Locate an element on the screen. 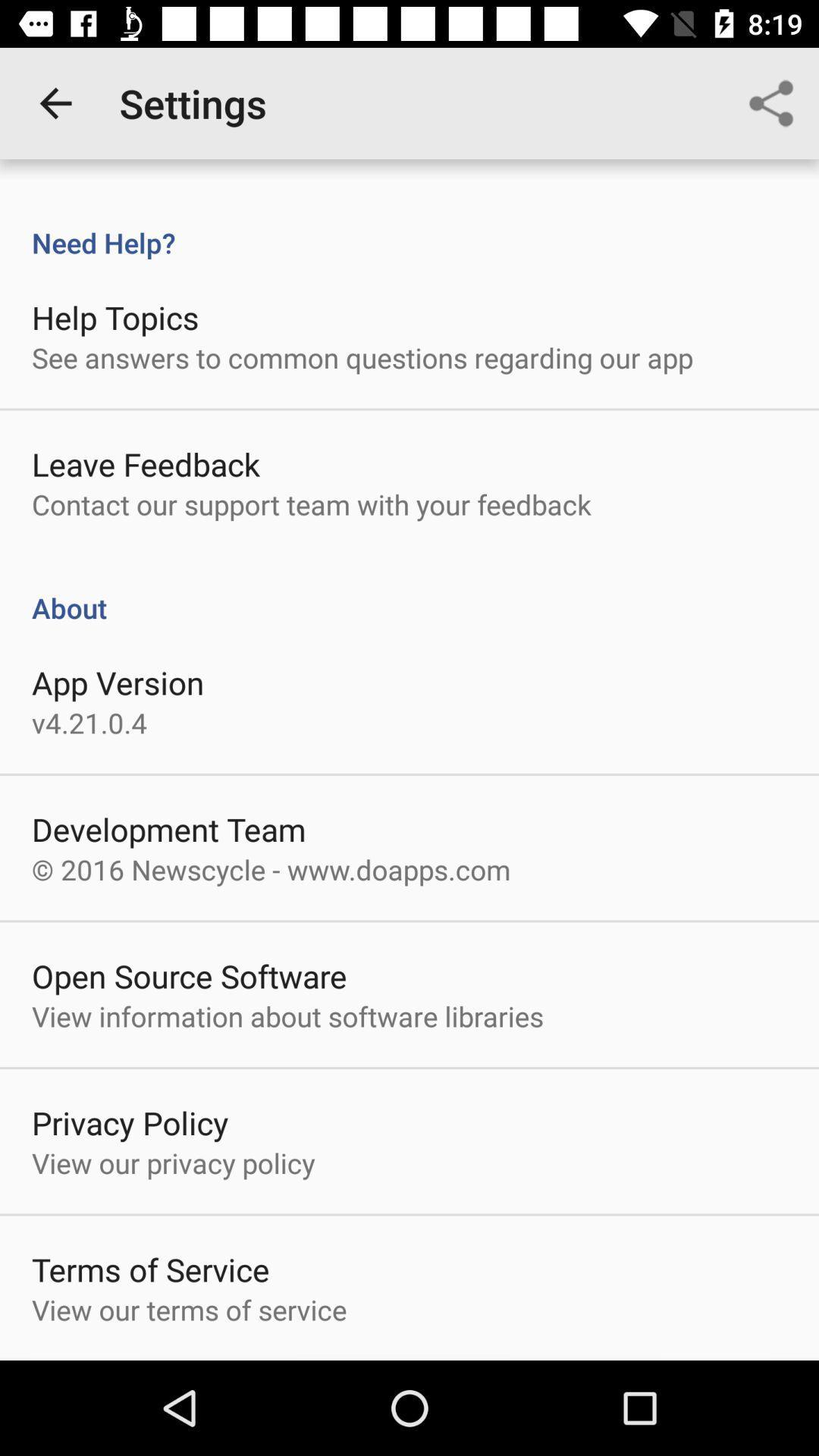  icon below leave feedback icon is located at coordinates (311, 504).